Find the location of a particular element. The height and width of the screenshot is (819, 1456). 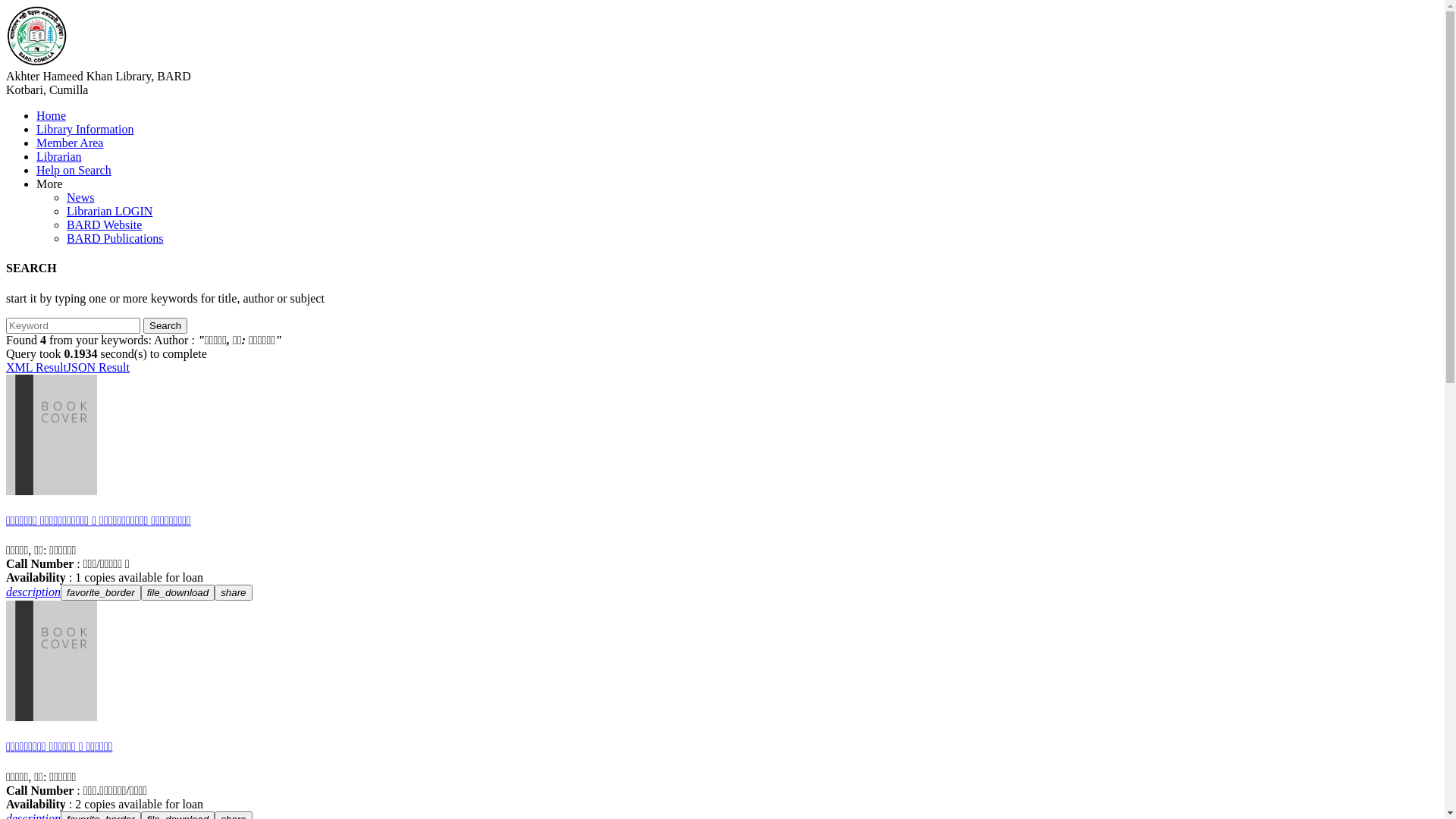

'Member Area' is located at coordinates (68, 143).